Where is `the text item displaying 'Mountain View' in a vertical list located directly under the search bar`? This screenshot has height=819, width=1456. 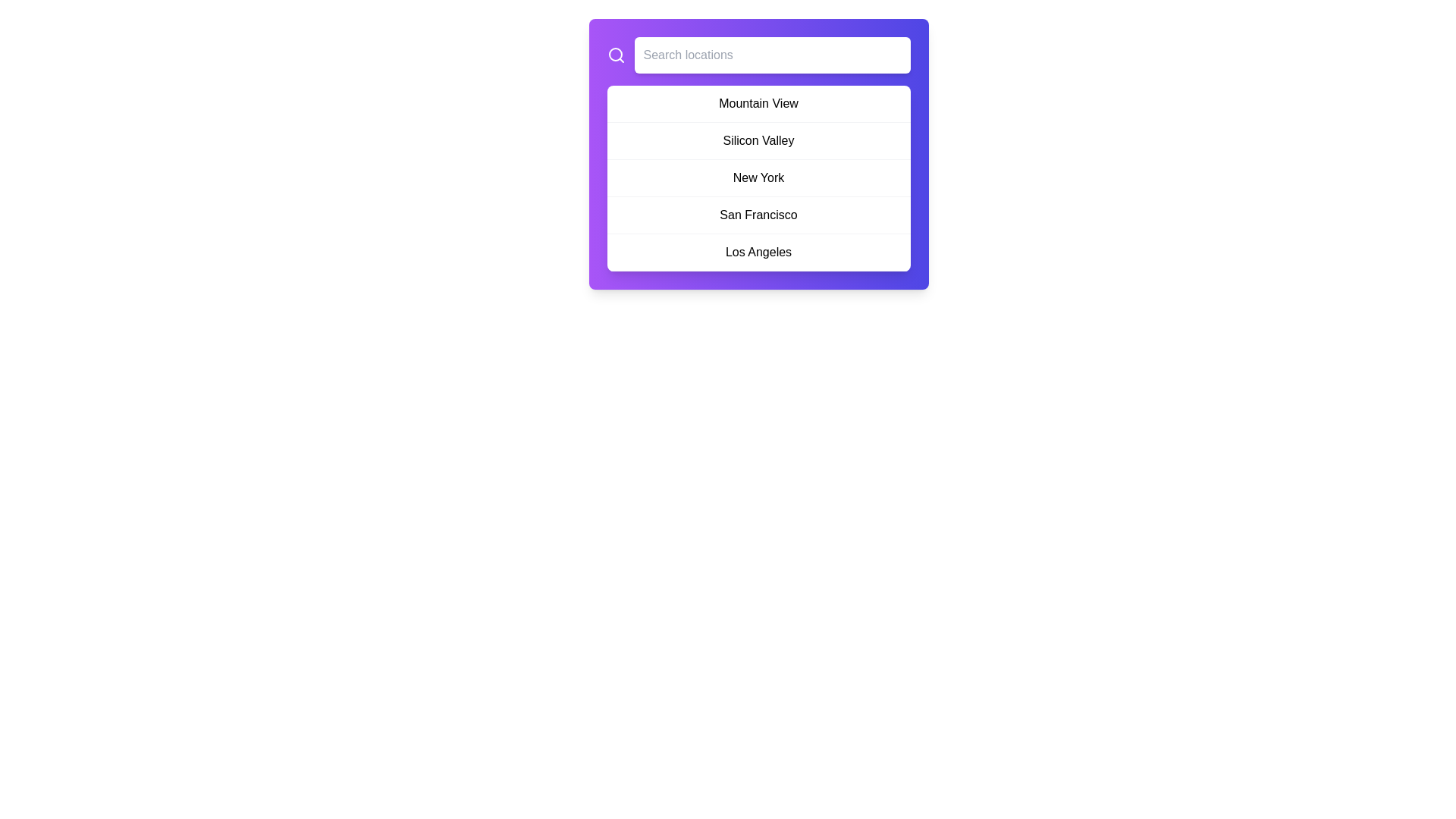 the text item displaying 'Mountain View' in a vertical list located directly under the search bar is located at coordinates (758, 103).